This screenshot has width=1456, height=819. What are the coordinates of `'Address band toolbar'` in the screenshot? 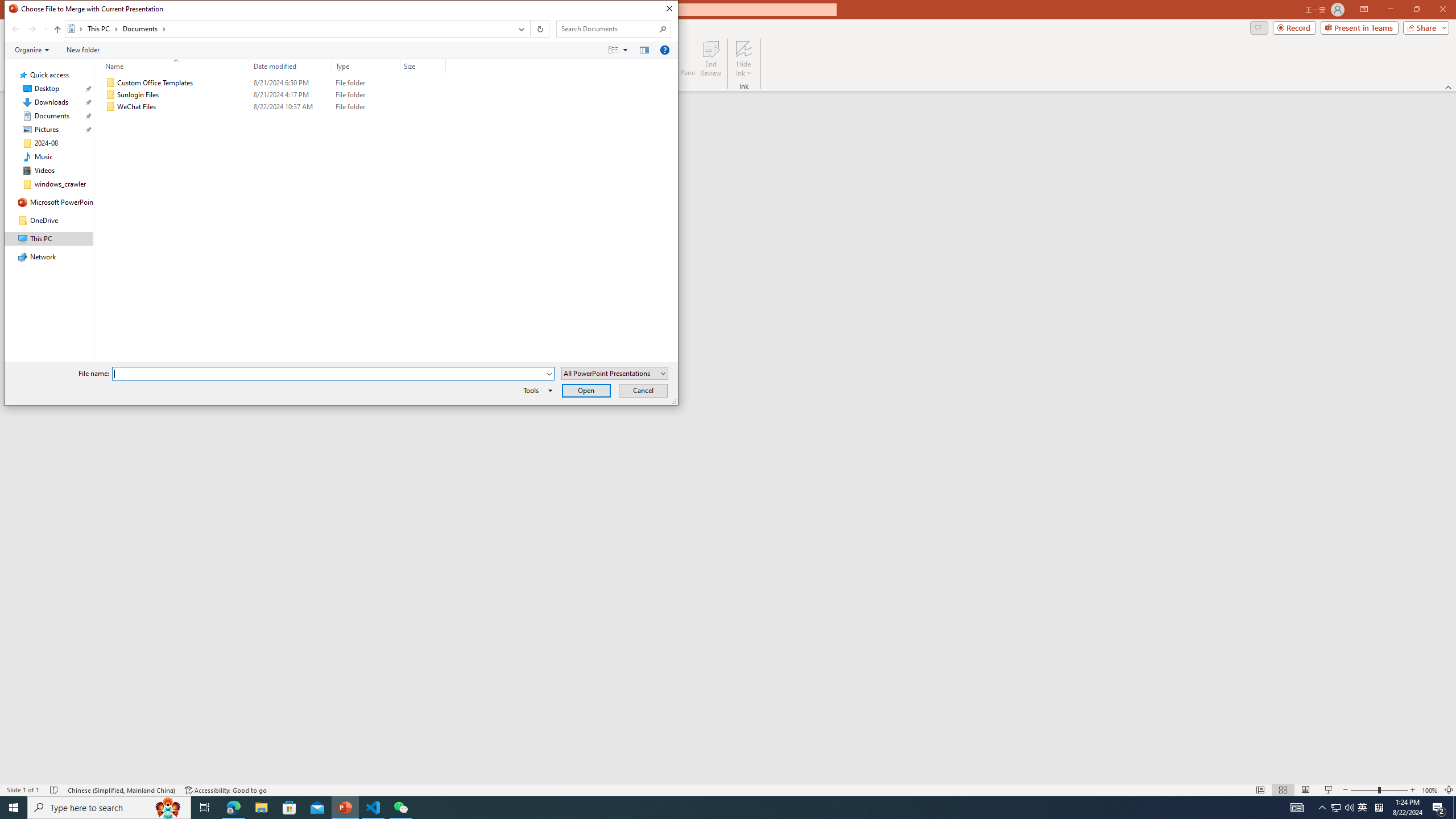 It's located at (529, 28).